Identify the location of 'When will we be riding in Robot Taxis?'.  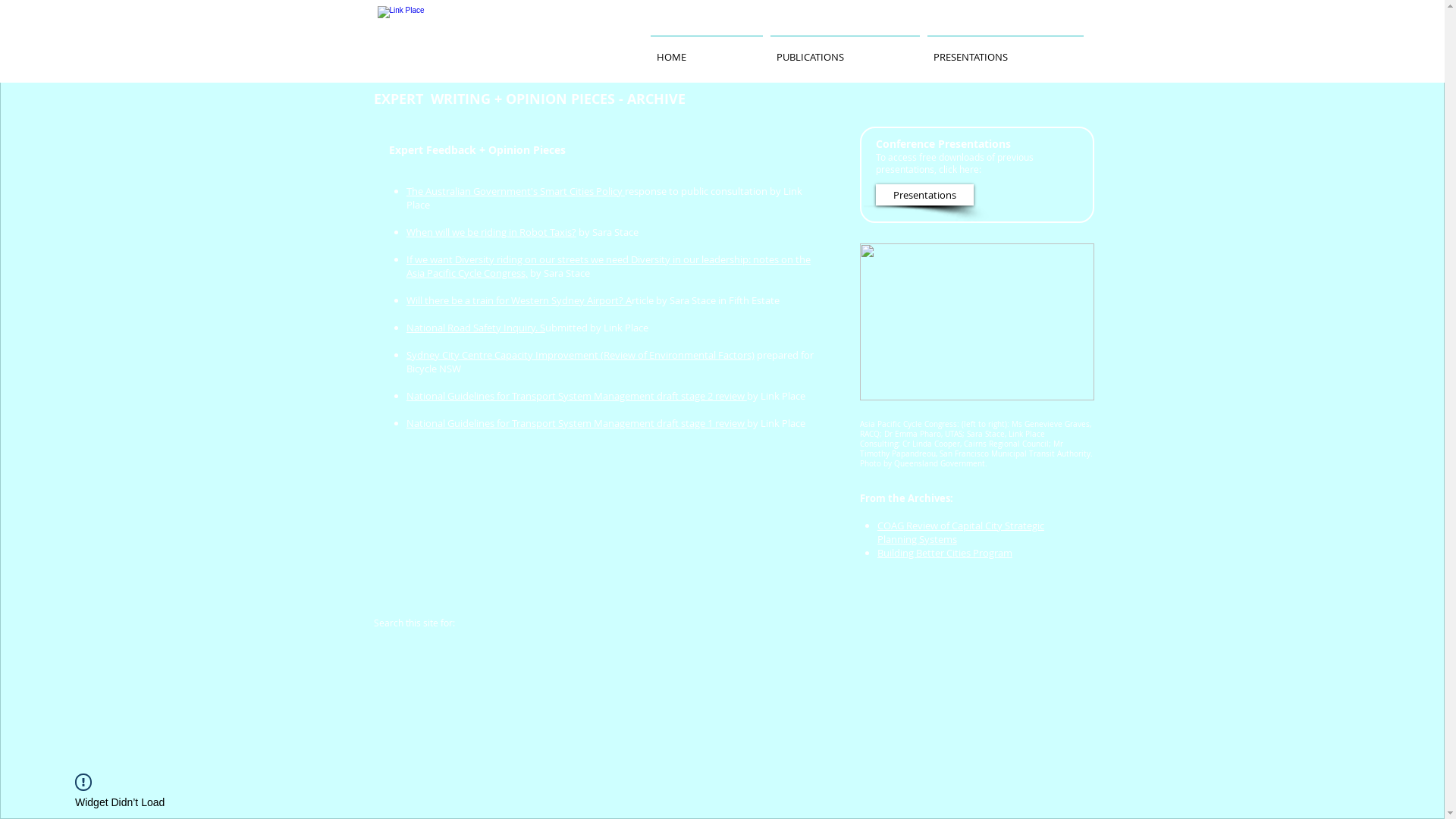
(406, 231).